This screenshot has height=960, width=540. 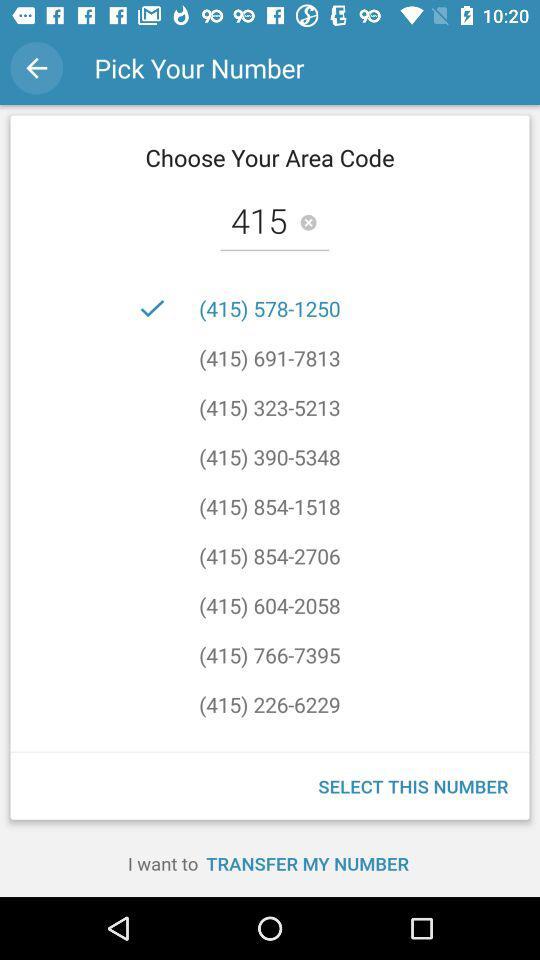 What do you see at coordinates (269, 604) in the screenshot?
I see `the item above the (415) 766-7395` at bounding box center [269, 604].